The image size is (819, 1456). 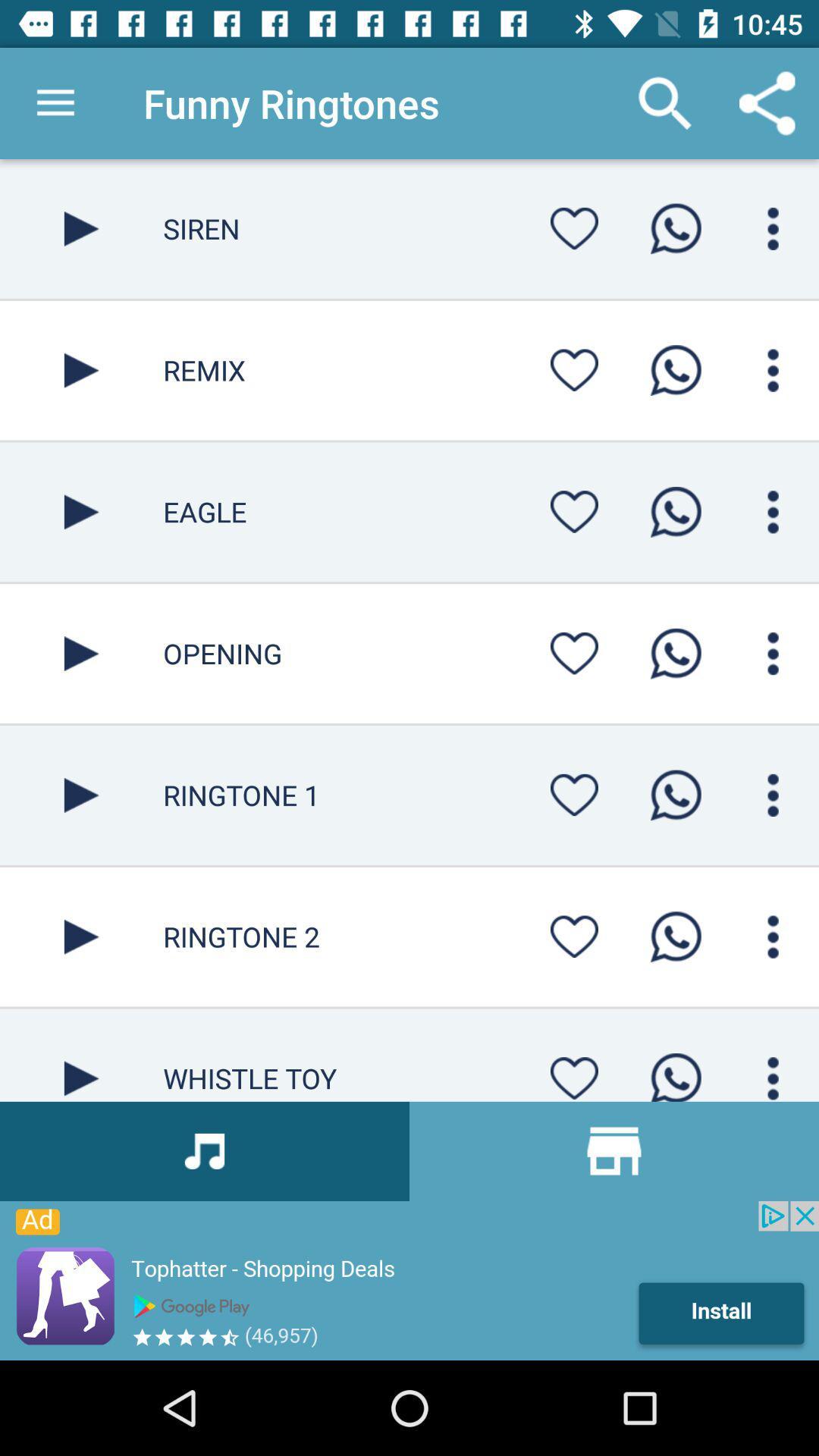 I want to click on button, so click(x=81, y=227).